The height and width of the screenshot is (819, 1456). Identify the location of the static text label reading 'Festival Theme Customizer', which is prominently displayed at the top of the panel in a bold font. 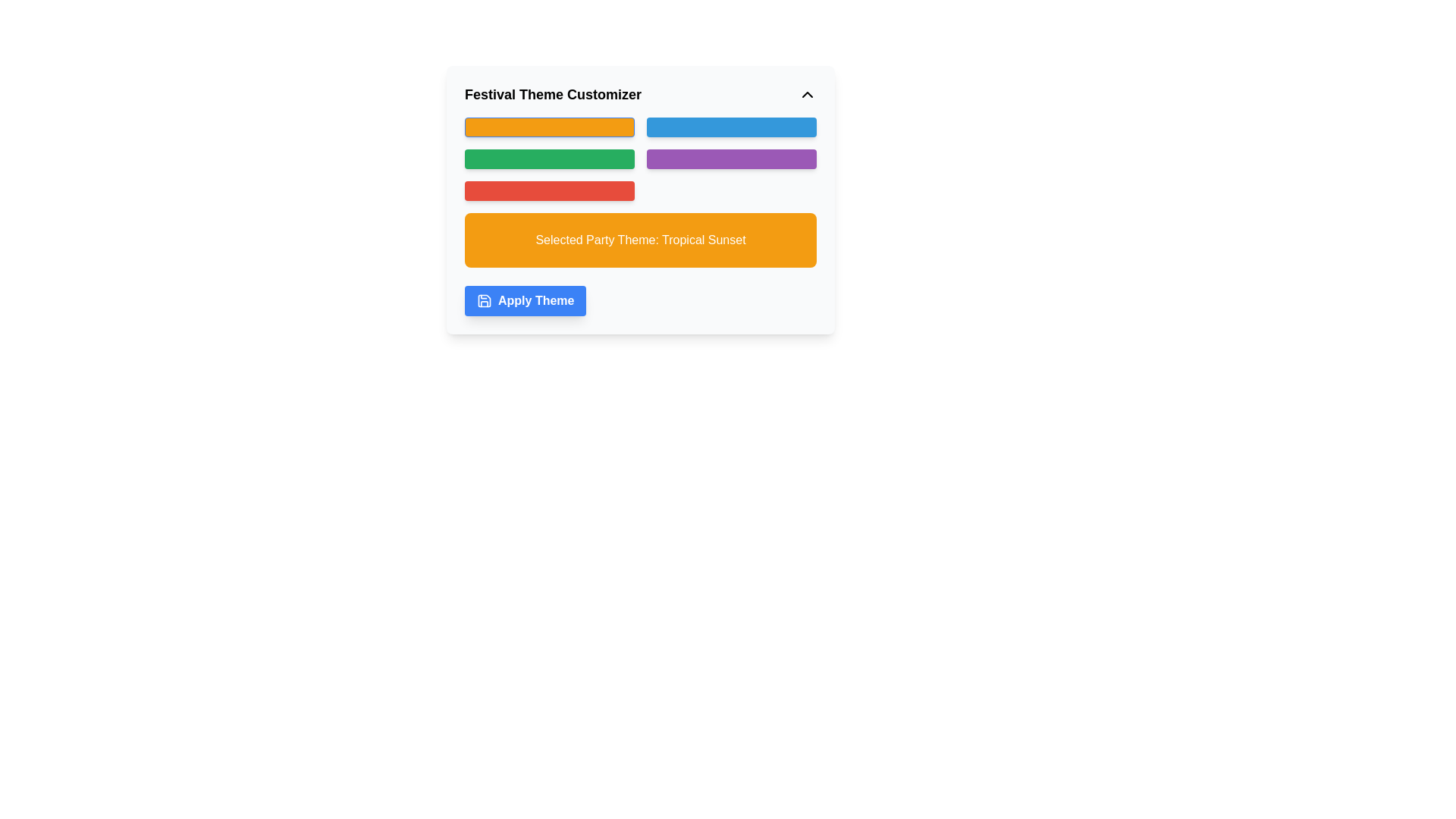
(552, 94).